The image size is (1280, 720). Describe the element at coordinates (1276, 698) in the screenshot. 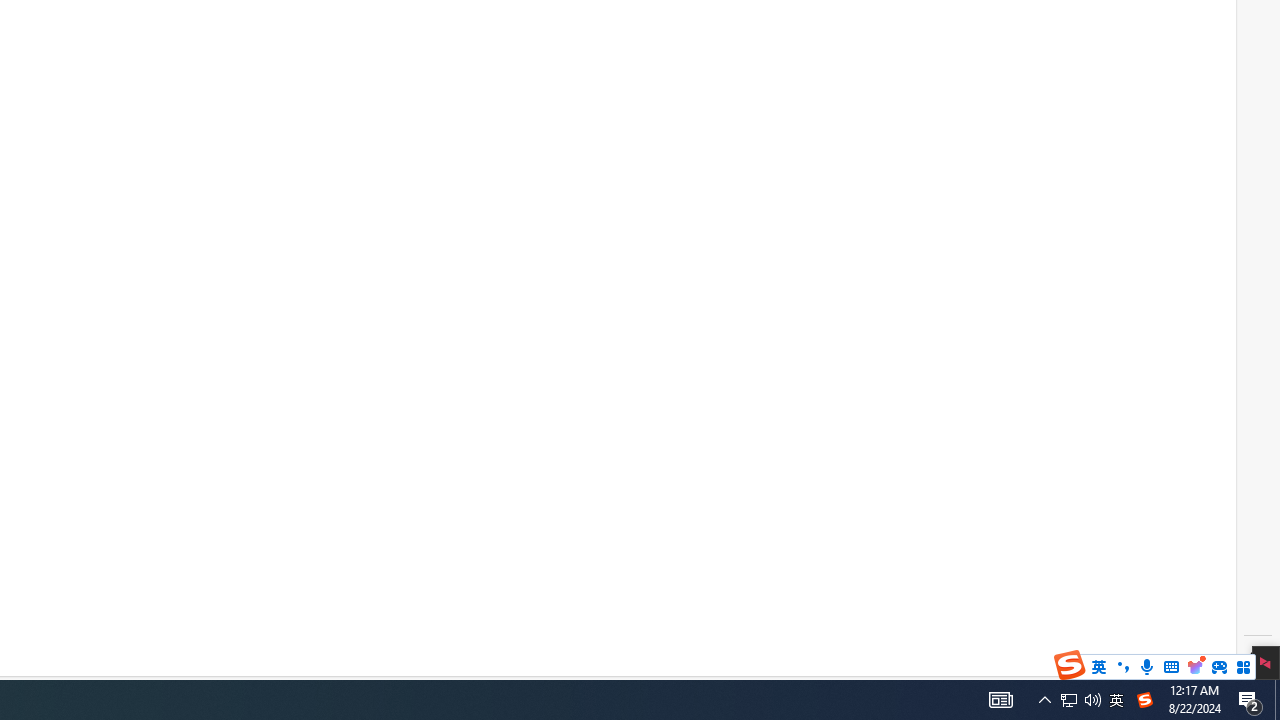

I see `'Show desktop'` at that location.